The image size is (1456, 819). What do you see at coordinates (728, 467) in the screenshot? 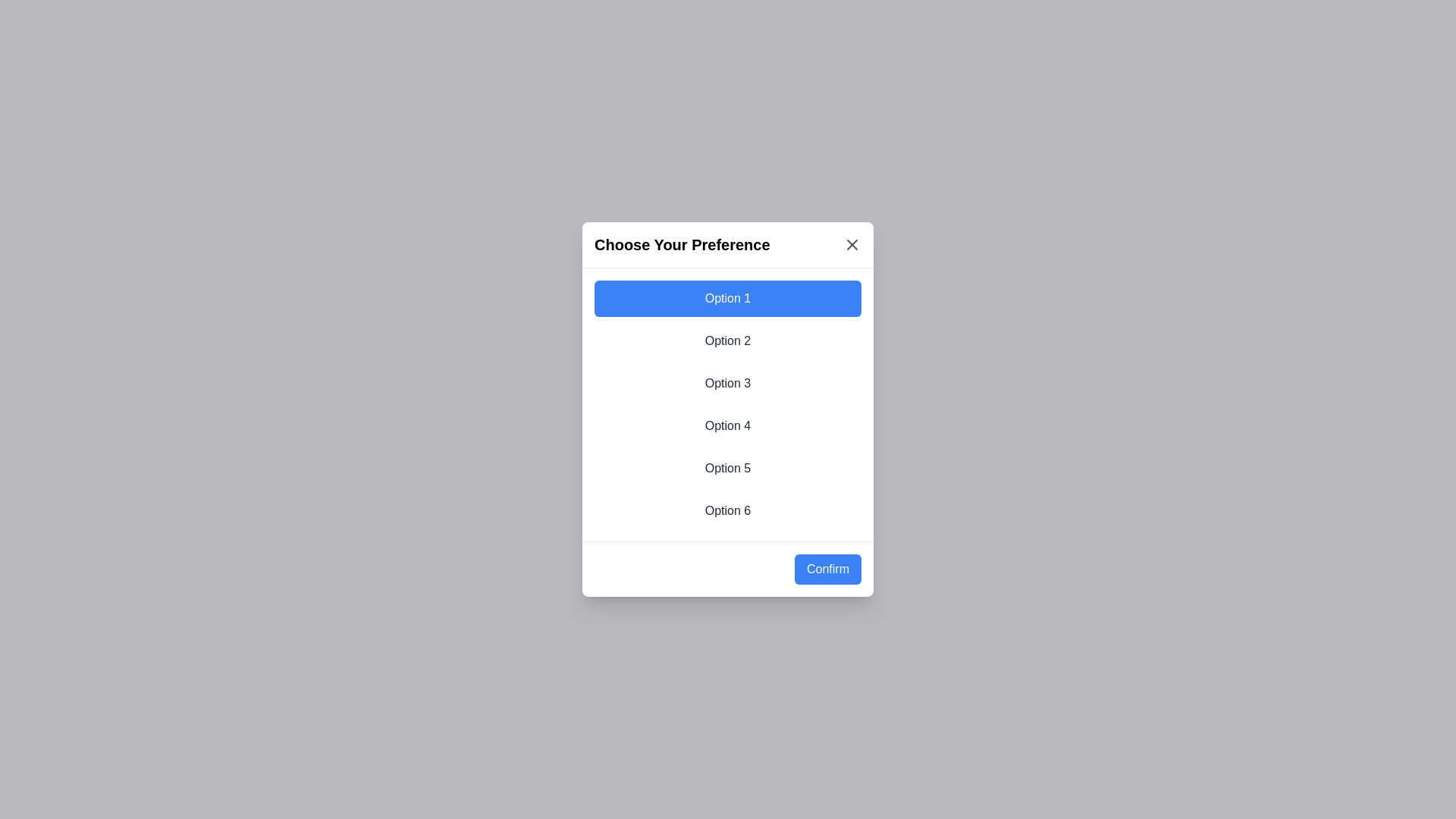
I see `the option 5 from the list` at bounding box center [728, 467].